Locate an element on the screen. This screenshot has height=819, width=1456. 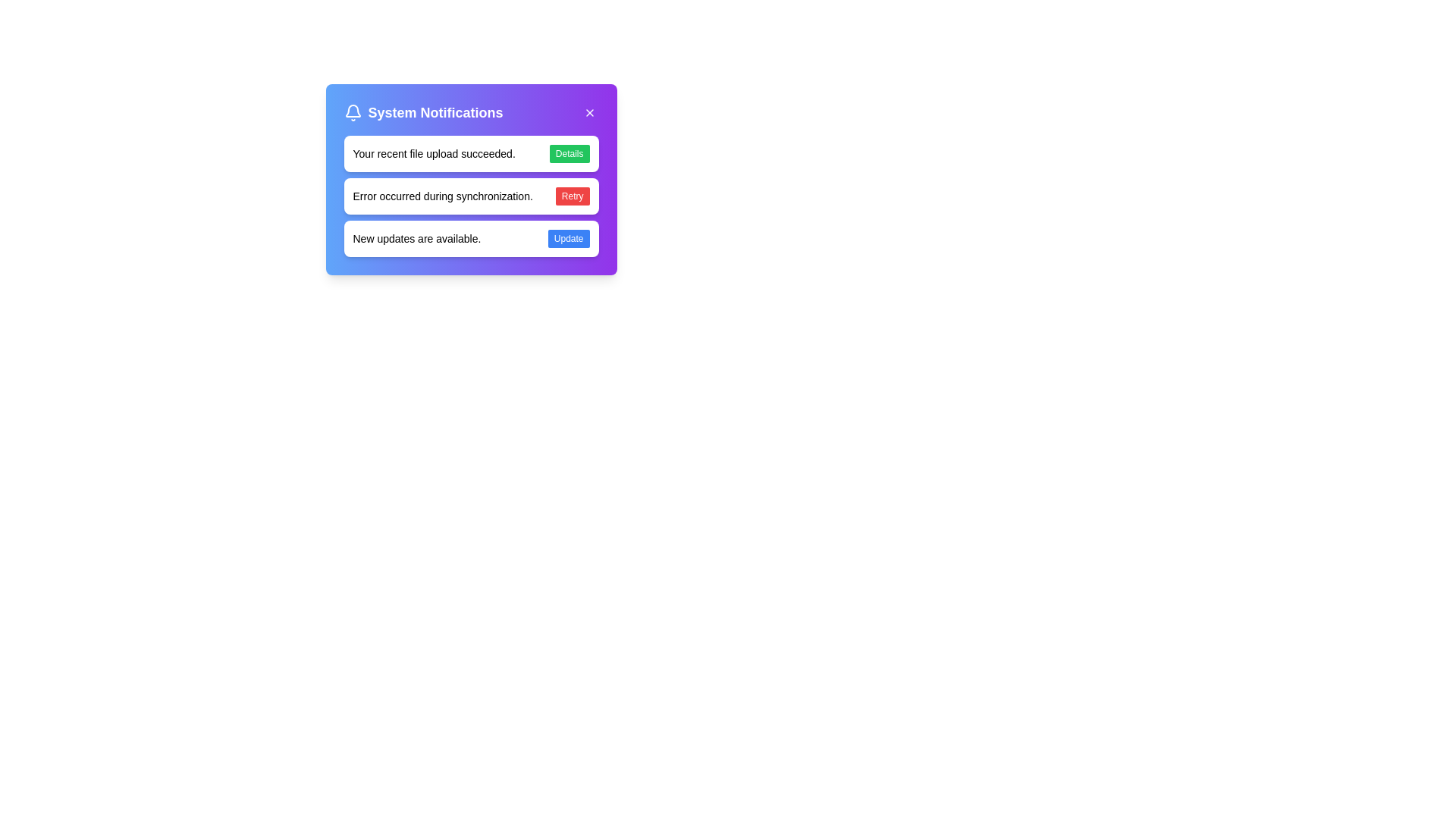
text 'System Notifications' from the text label with a bell icon indicating notification functionality is located at coordinates (423, 112).